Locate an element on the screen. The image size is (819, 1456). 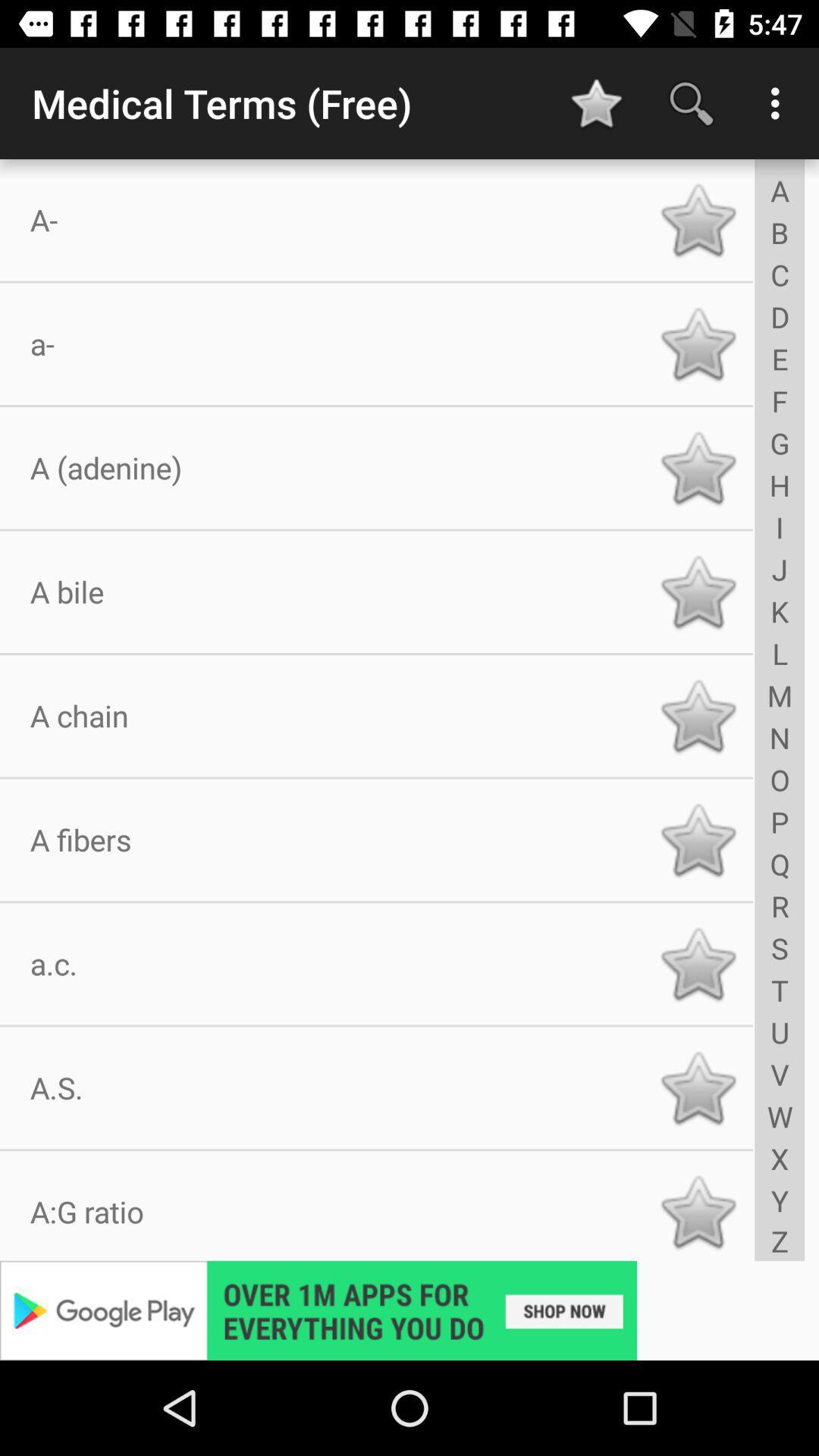
chose as favorite is located at coordinates (698, 467).